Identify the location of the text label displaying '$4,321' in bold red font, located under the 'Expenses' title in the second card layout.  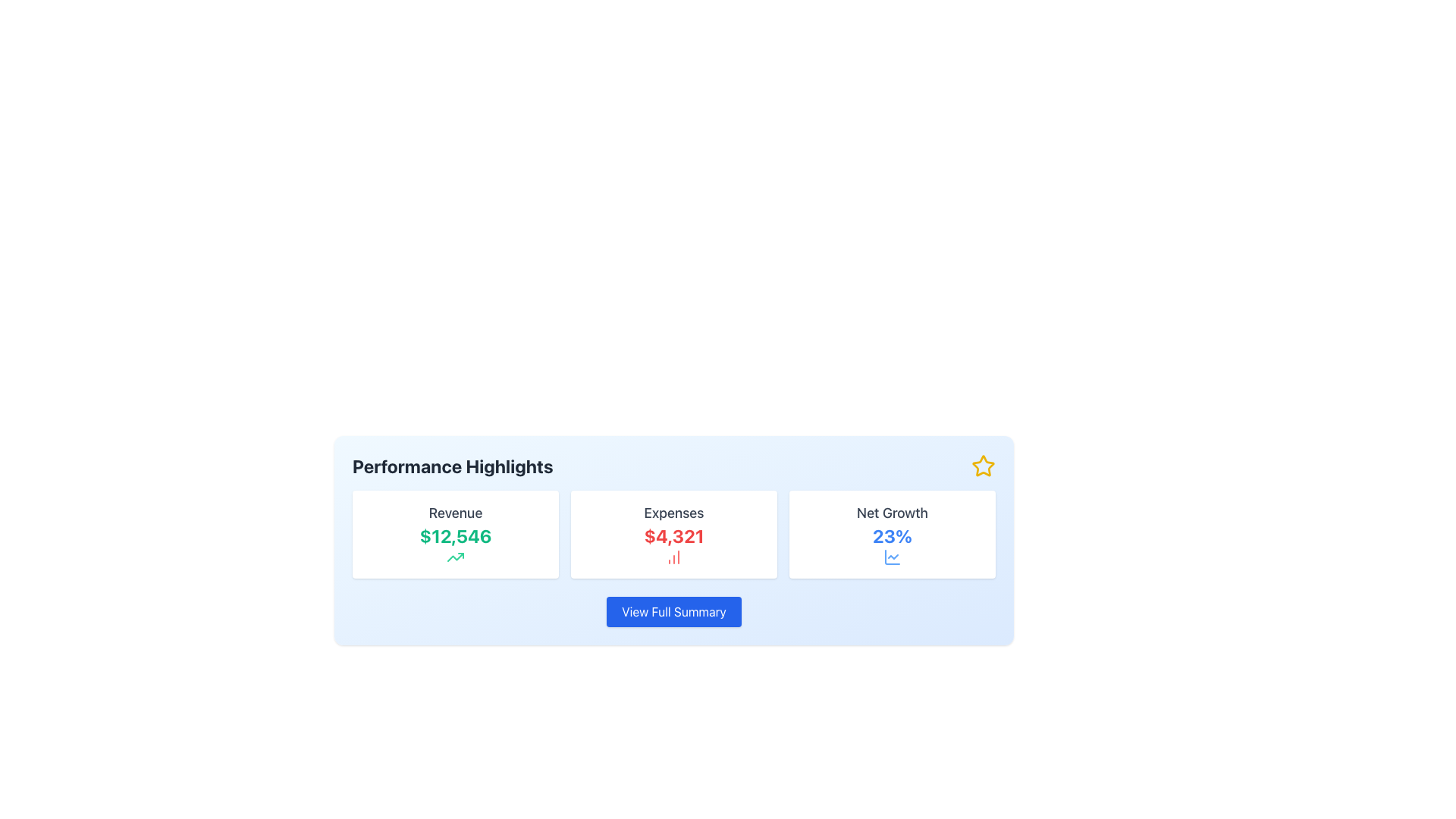
(673, 535).